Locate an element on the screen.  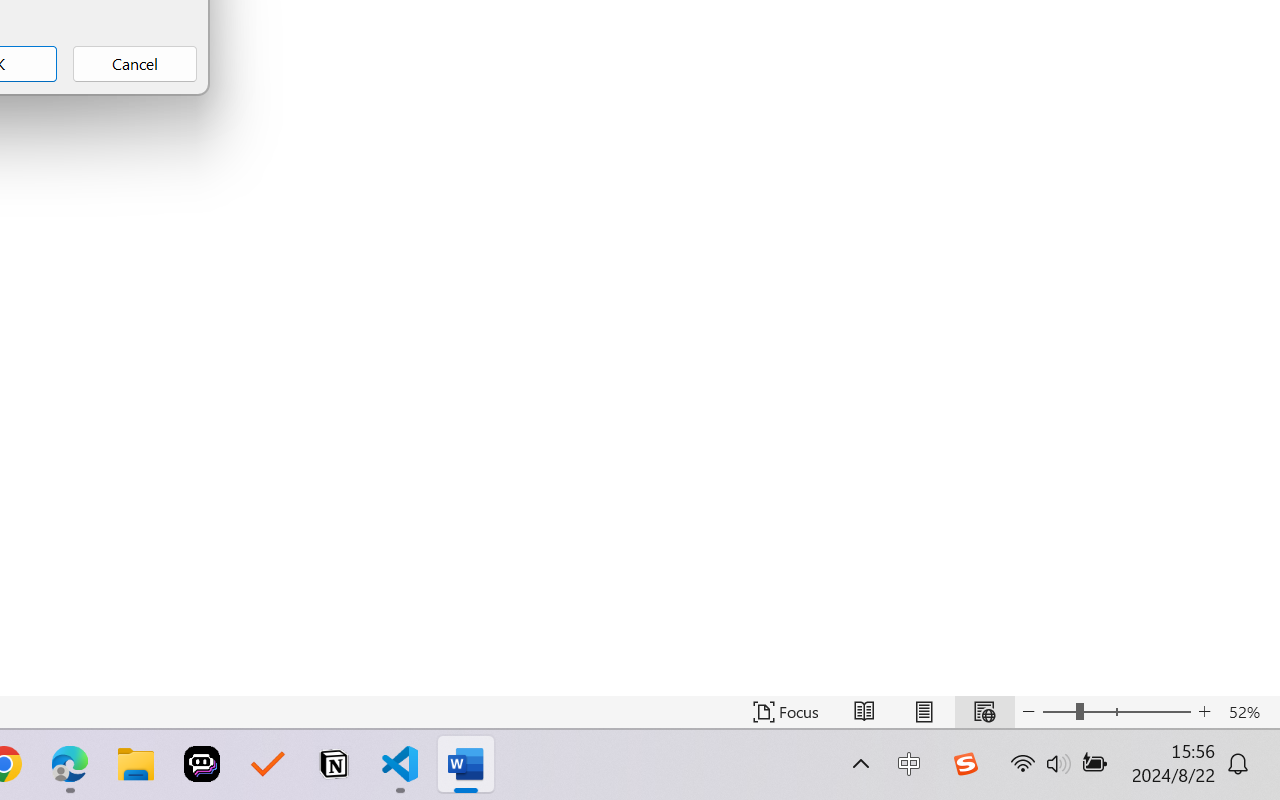
'Focus ' is located at coordinates (785, 711).